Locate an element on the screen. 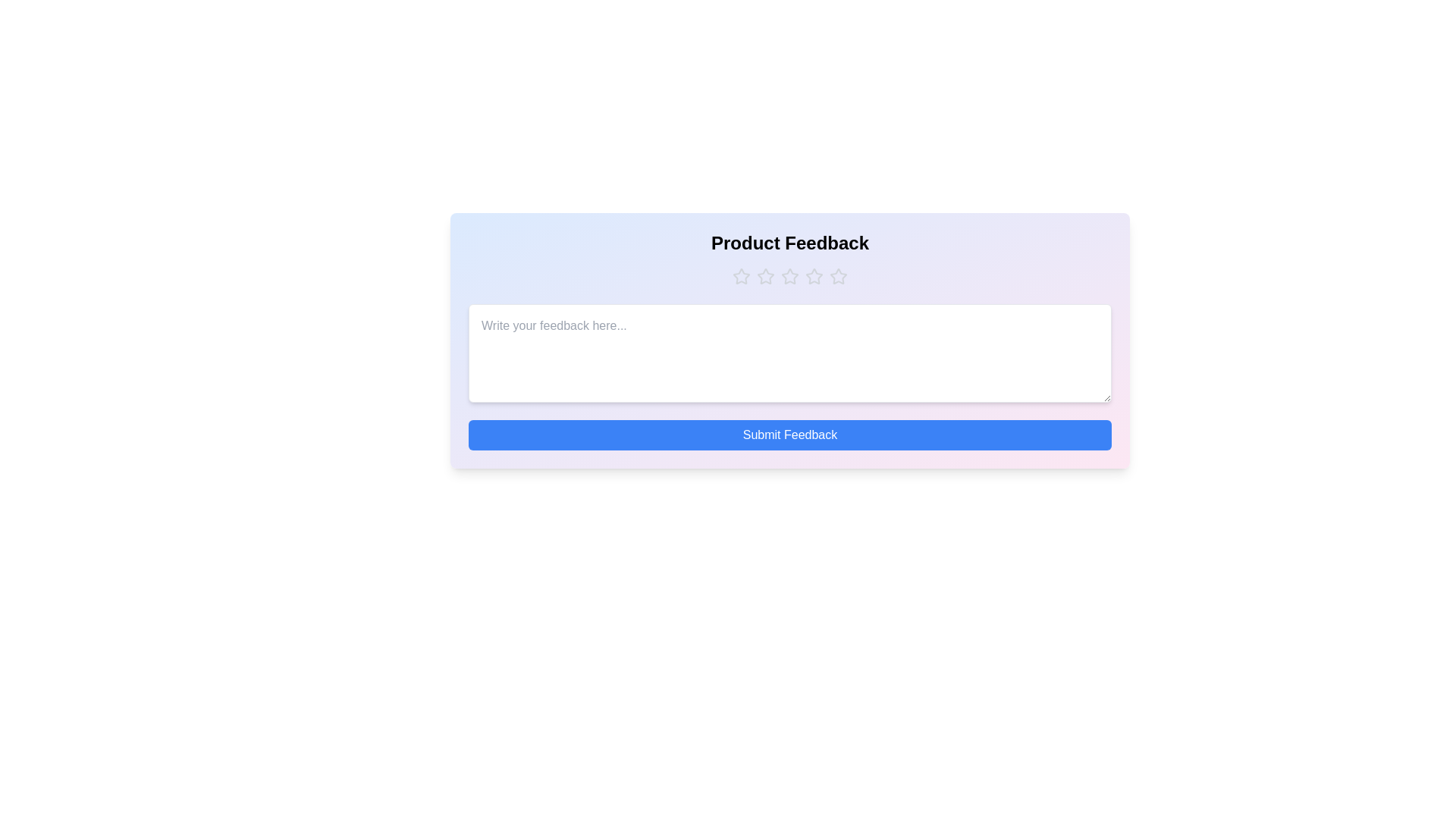  'Submit Feedback' button to submit the feedback is located at coordinates (789, 435).